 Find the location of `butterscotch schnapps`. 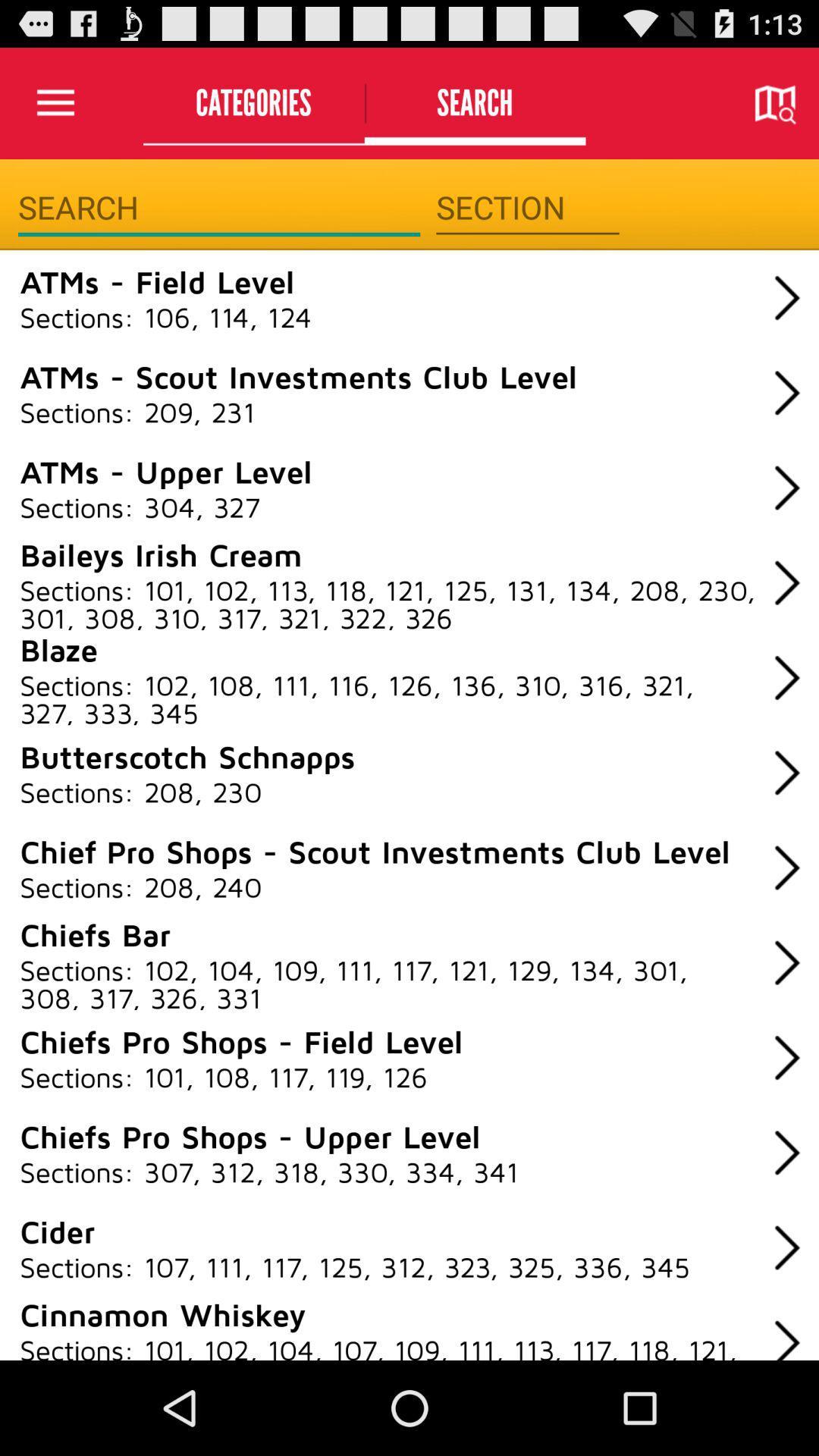

butterscotch schnapps is located at coordinates (187, 756).